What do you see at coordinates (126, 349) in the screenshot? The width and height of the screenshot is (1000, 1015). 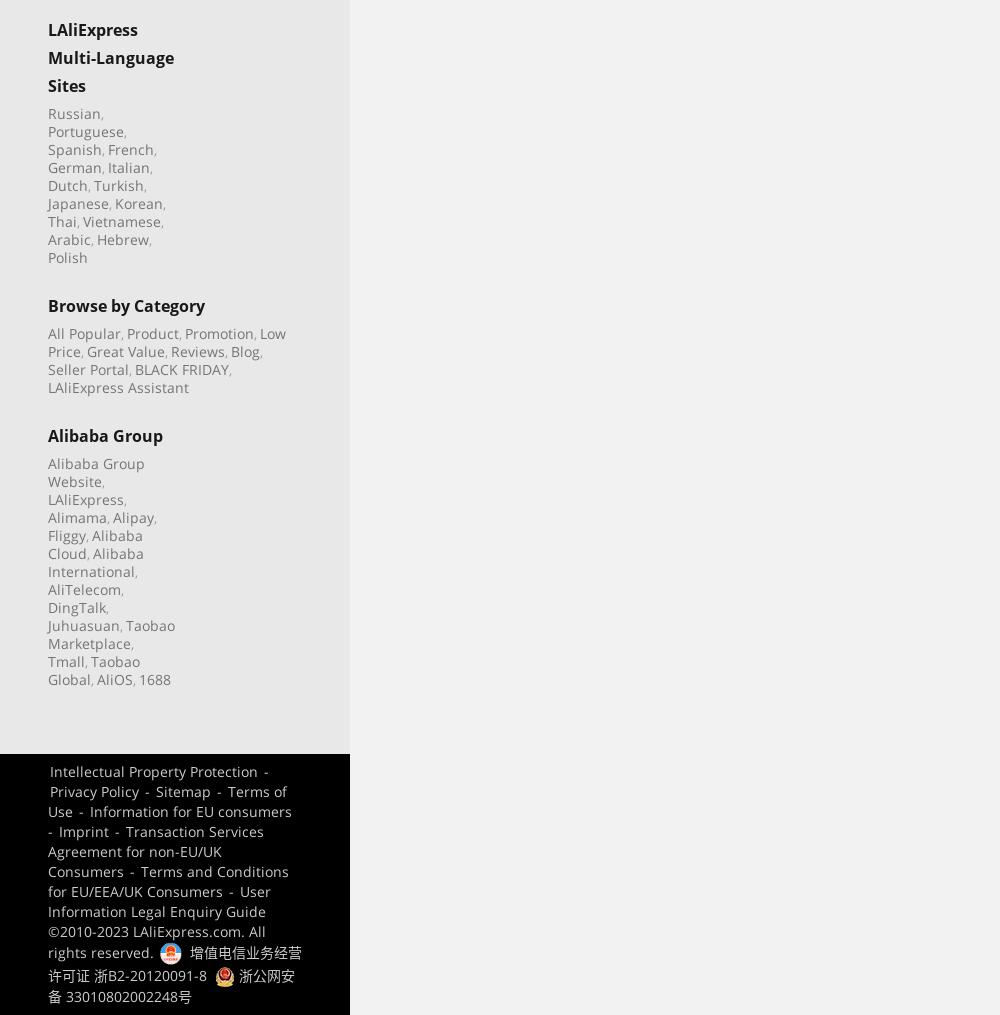 I see `'Great Value'` at bounding box center [126, 349].